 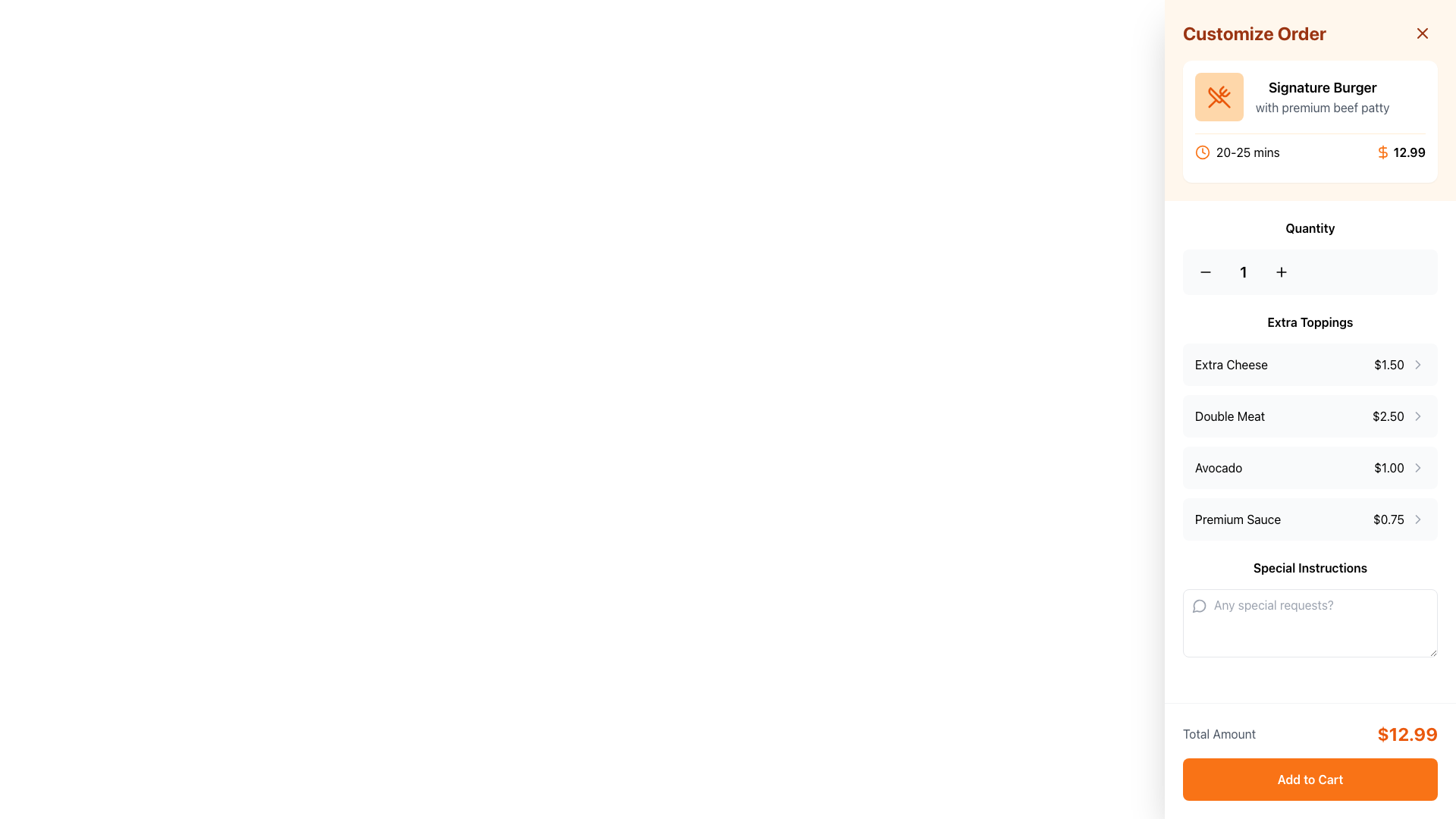 I want to click on the chevron icon located at the far right of the 'Extra Cheese' entry in the Extra Toppings section, so click(x=1417, y=365).